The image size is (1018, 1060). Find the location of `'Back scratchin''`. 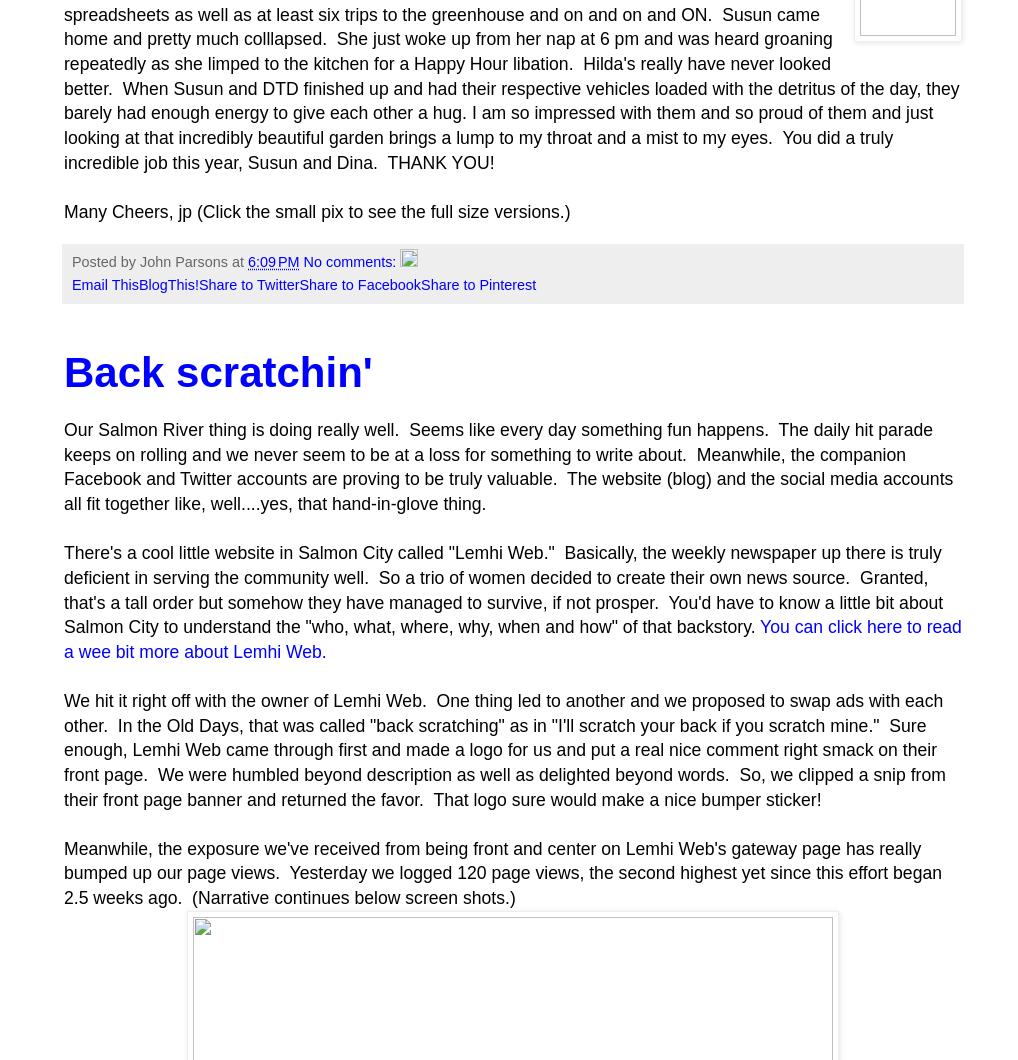

'Back scratchin'' is located at coordinates (64, 371).